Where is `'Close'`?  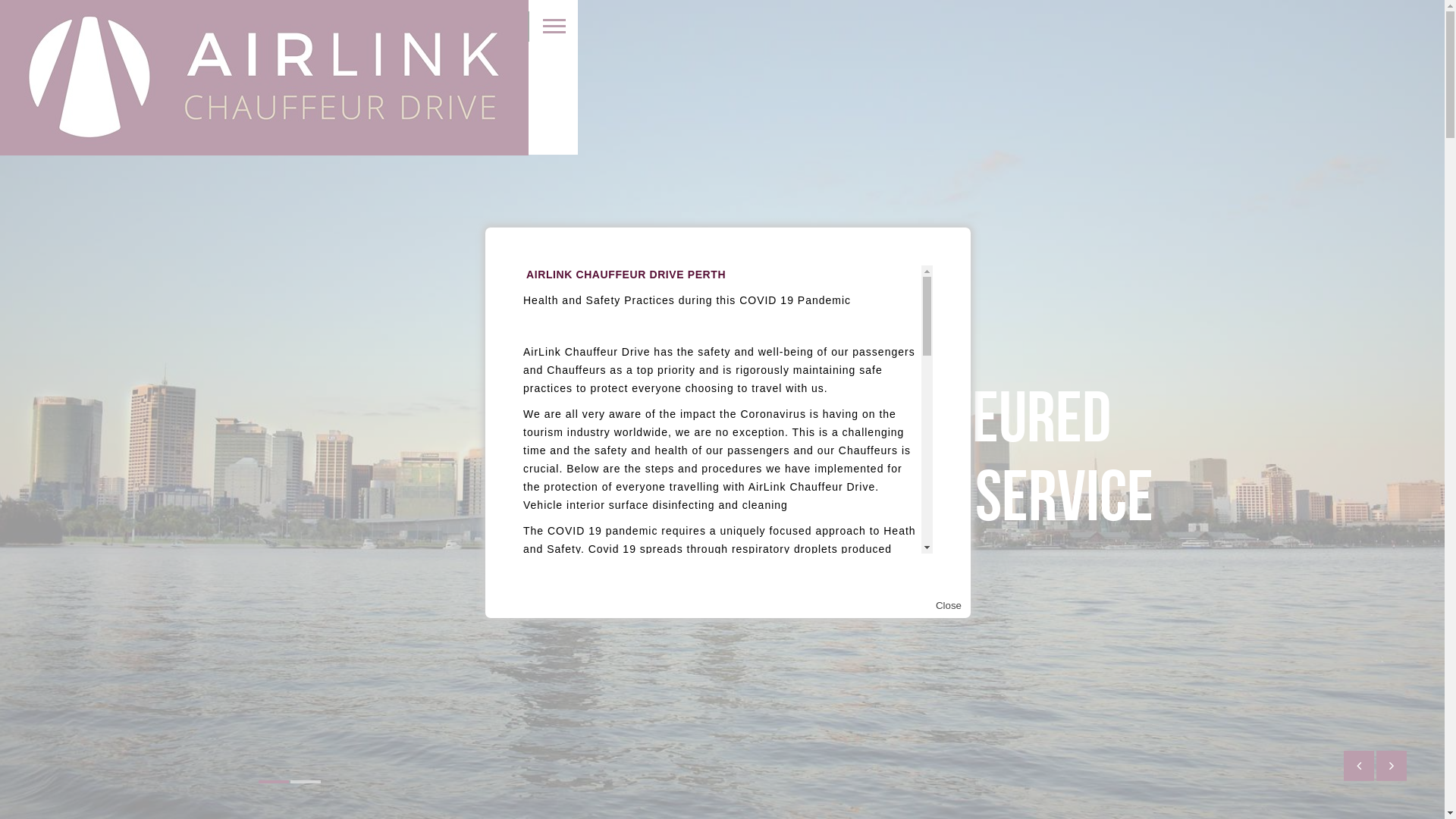 'Close' is located at coordinates (948, 604).